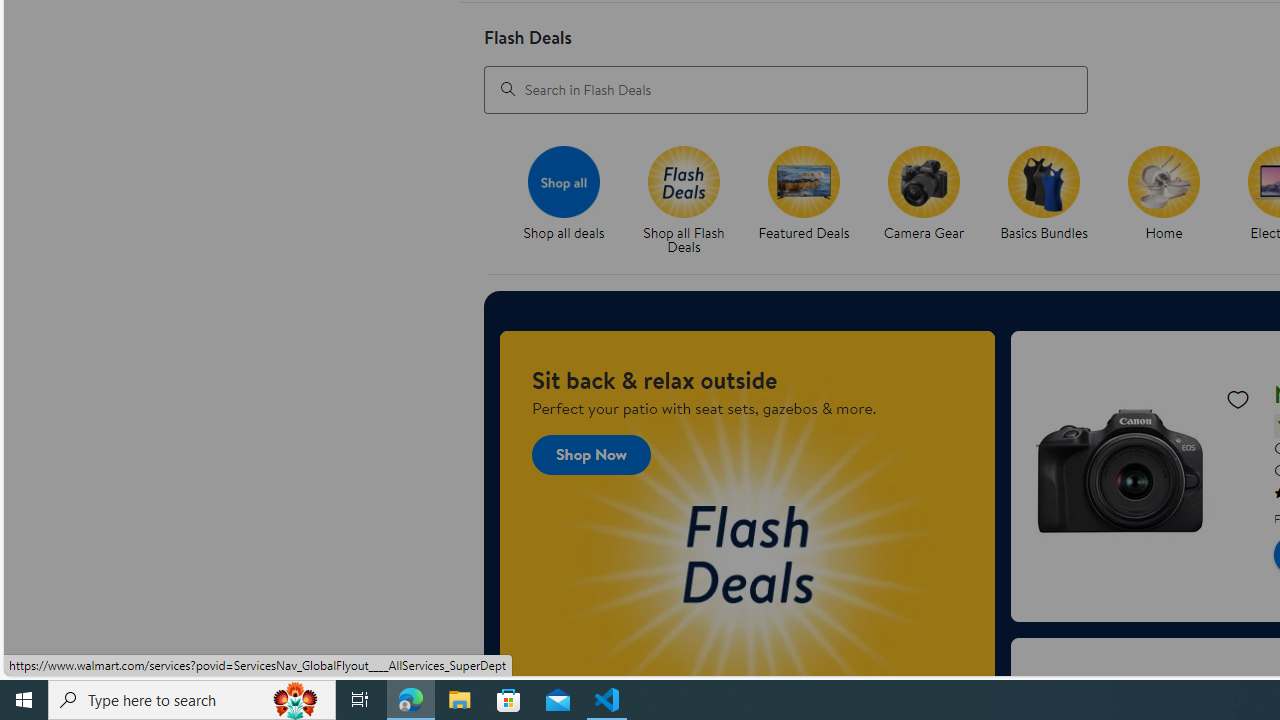  I want to click on 'Basics Bundles', so click(1043, 181).